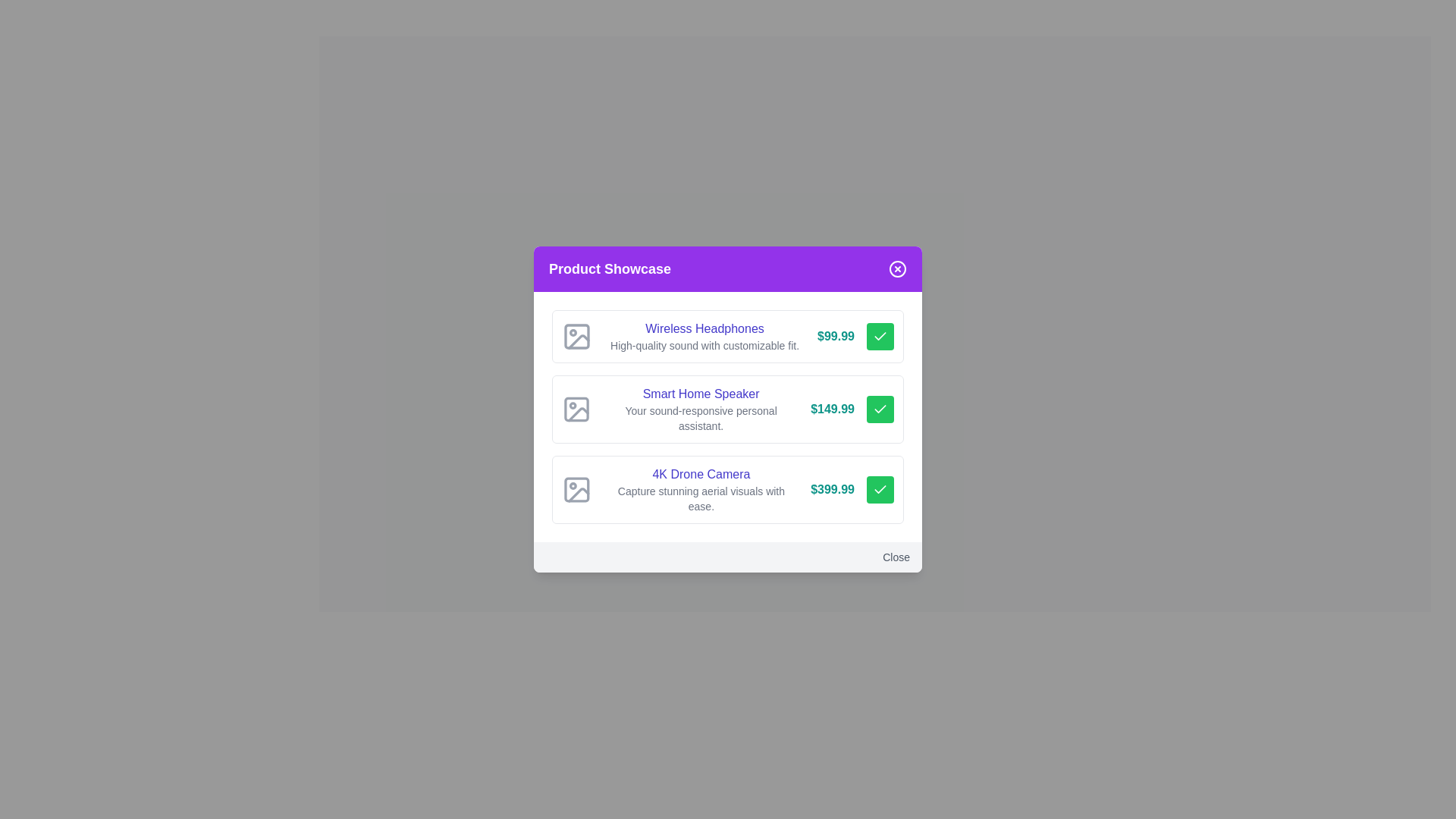  Describe the element at coordinates (700, 473) in the screenshot. I see `the text label that reads '4K Drone Camera', which is styled in medium-weight indigo blue font and is positioned above a descriptive text block in the product description layout` at that location.